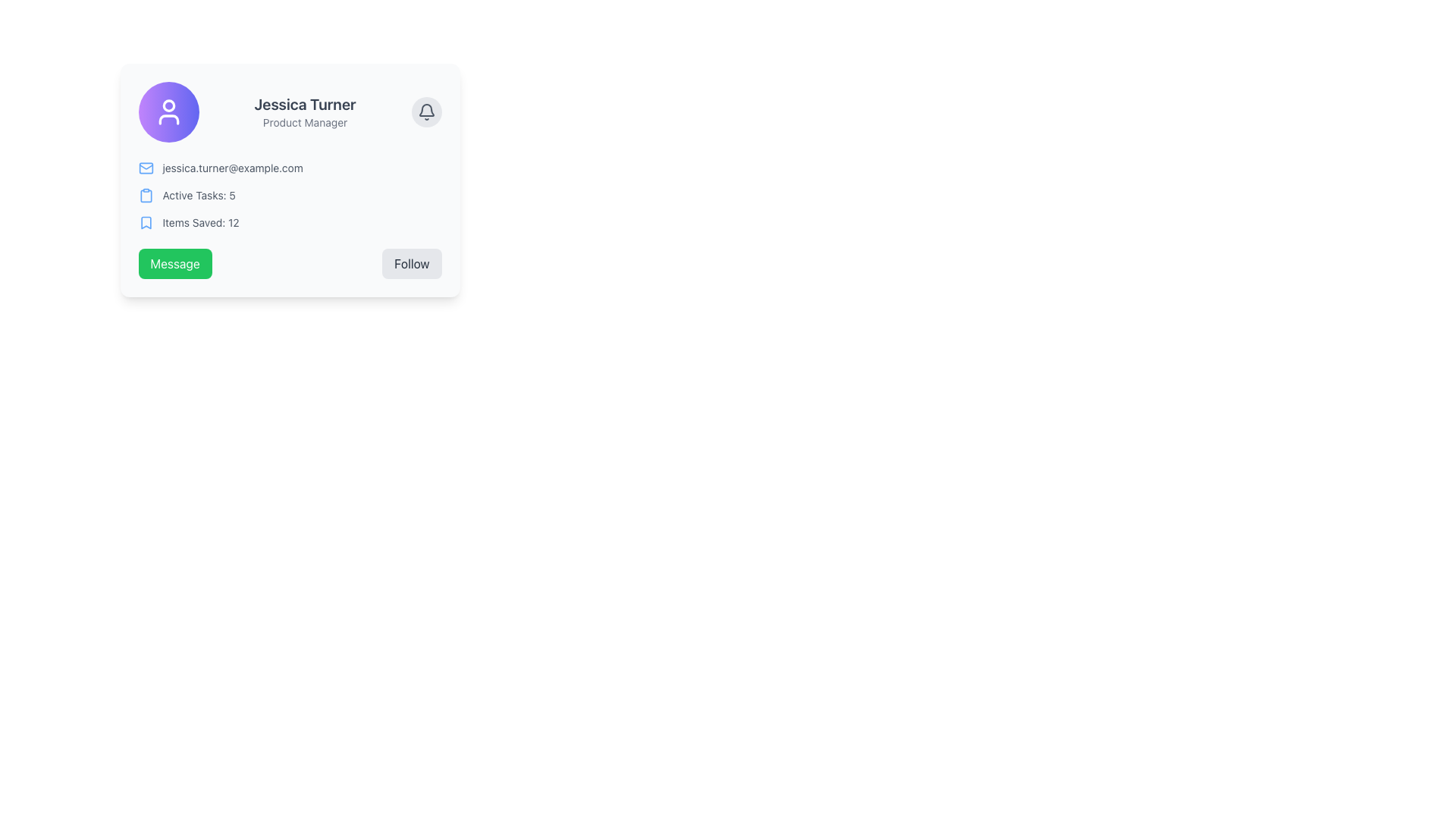 The image size is (1456, 819). Describe the element at coordinates (146, 222) in the screenshot. I see `the save icon located to the left of the 'Items Saved: 12' text within the user details card` at that location.